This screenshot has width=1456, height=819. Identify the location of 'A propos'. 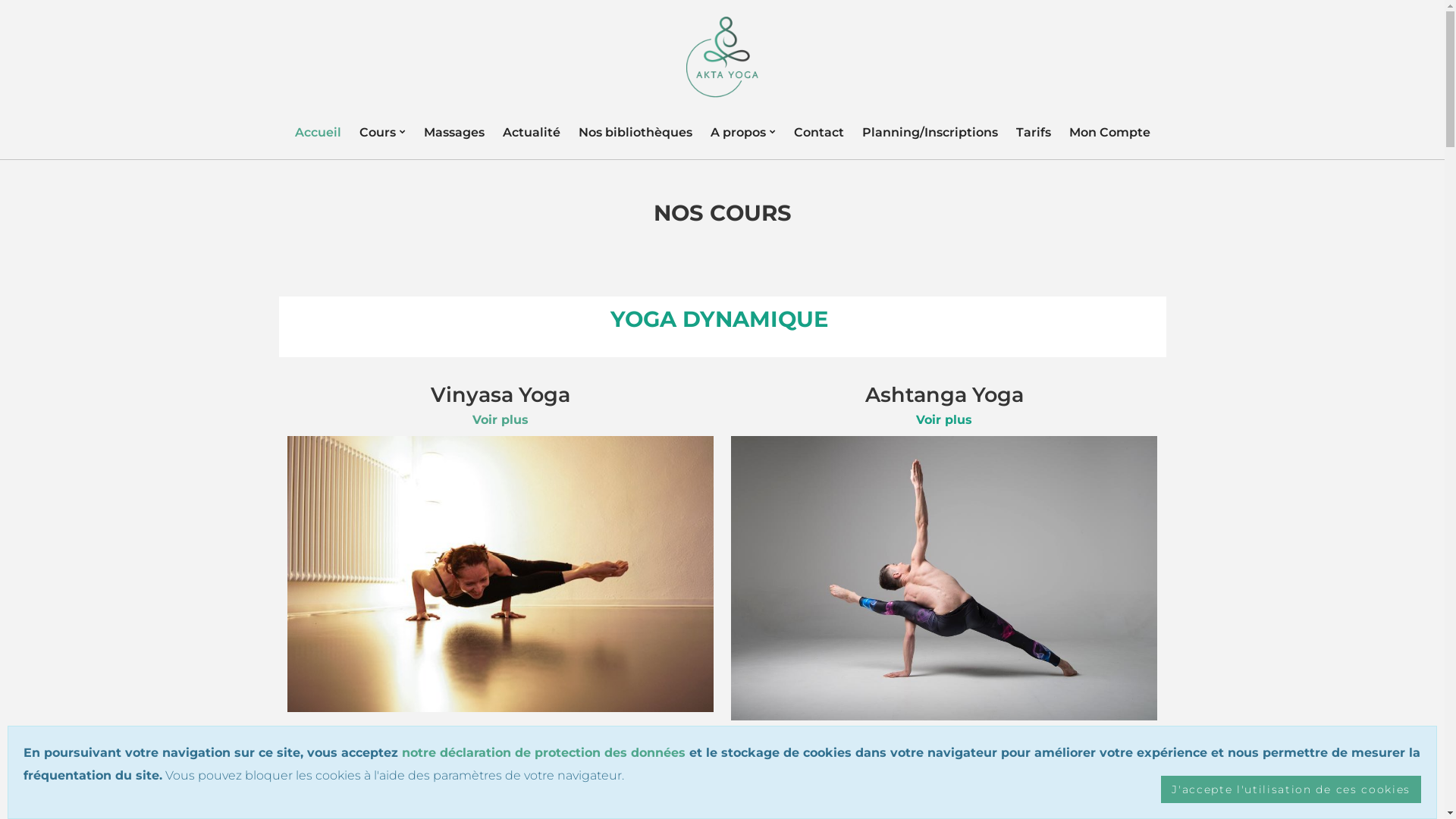
(742, 131).